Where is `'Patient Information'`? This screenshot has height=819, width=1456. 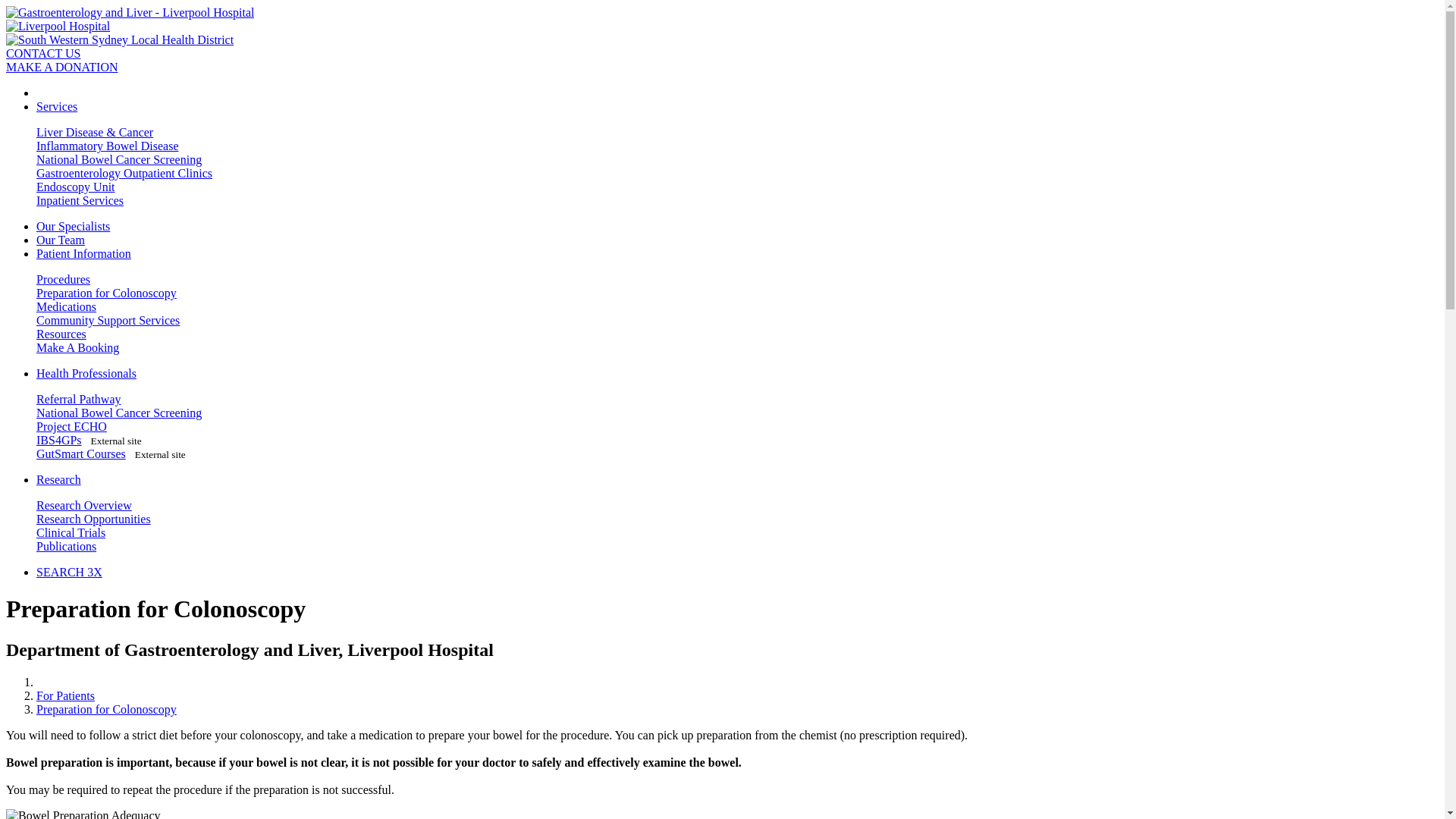 'Patient Information' is located at coordinates (83, 253).